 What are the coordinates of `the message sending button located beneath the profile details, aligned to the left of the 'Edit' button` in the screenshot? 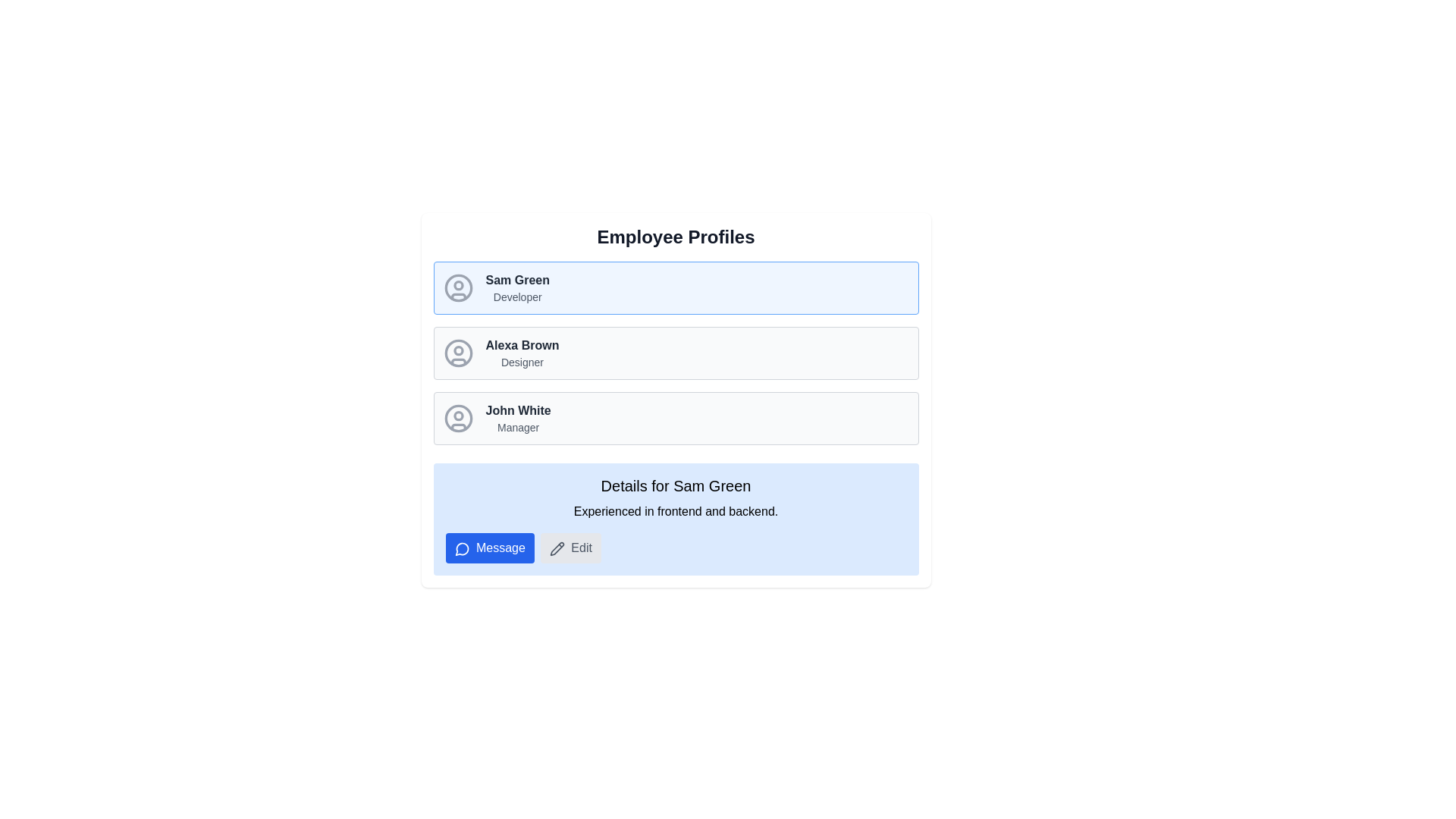 It's located at (490, 548).